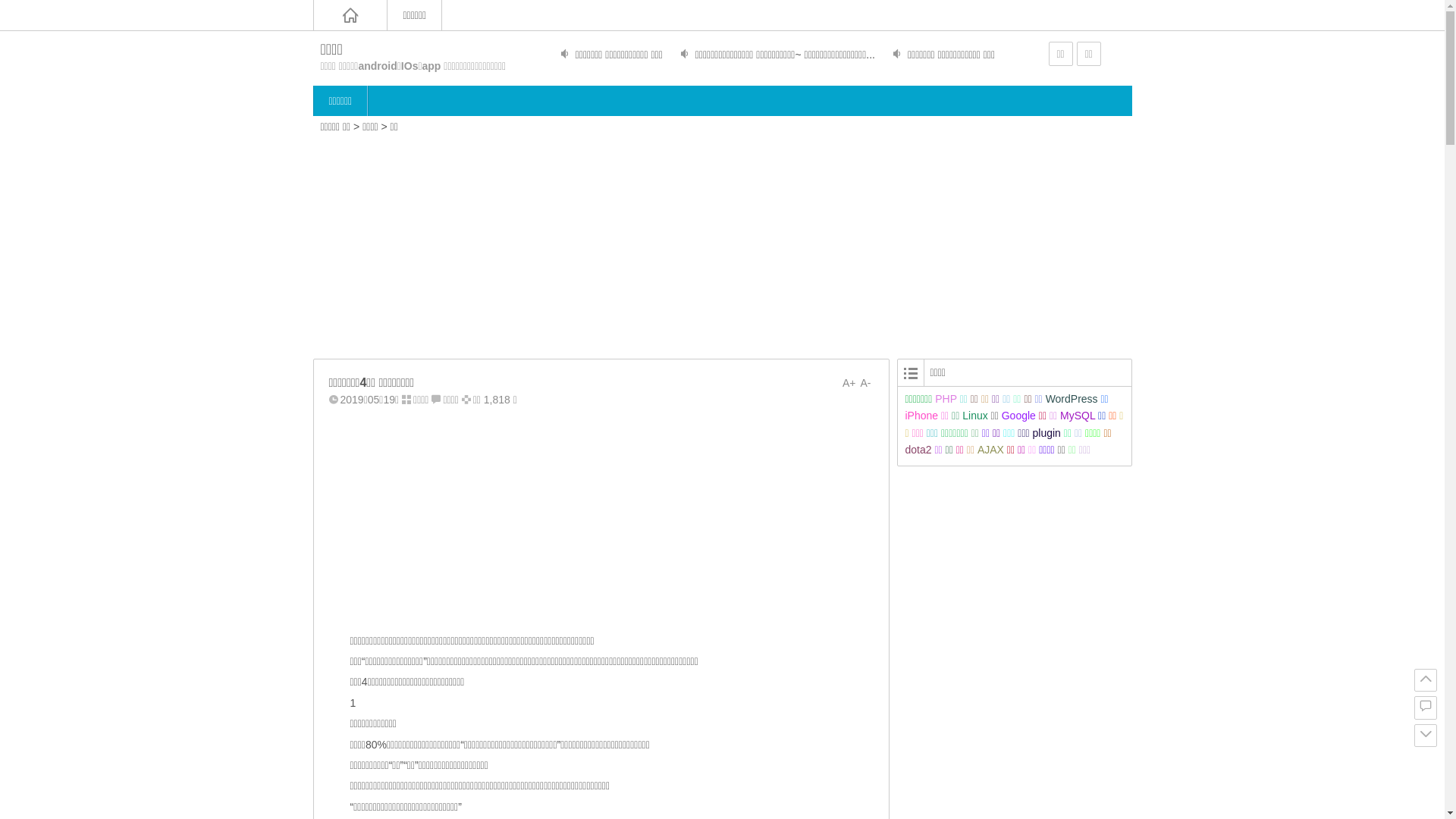 Image resolution: width=1456 pixels, height=819 pixels. Describe the element at coordinates (722, 243) in the screenshot. I see `'Advertisement'` at that location.